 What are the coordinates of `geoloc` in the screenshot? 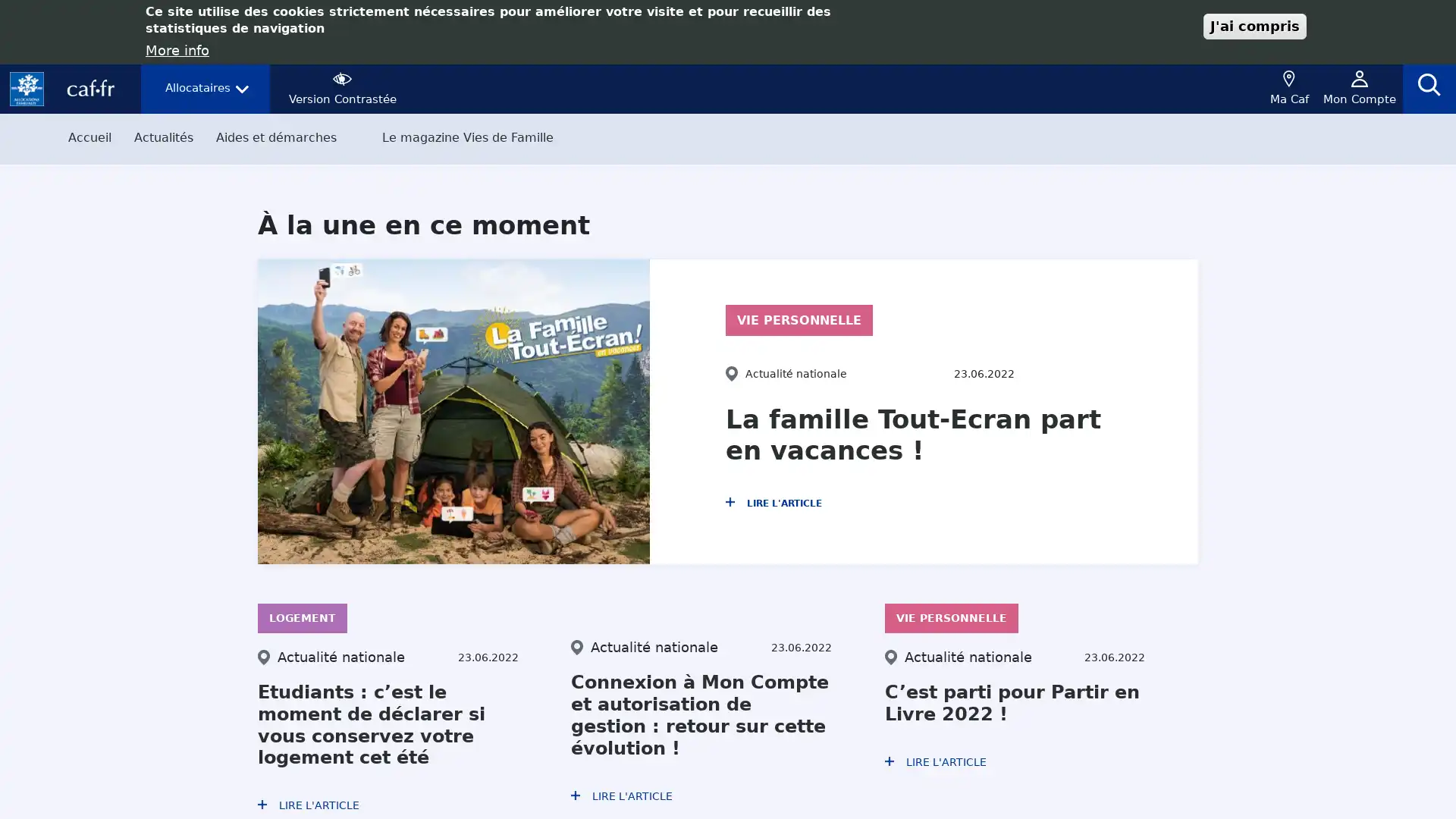 It's located at (1288, 88).